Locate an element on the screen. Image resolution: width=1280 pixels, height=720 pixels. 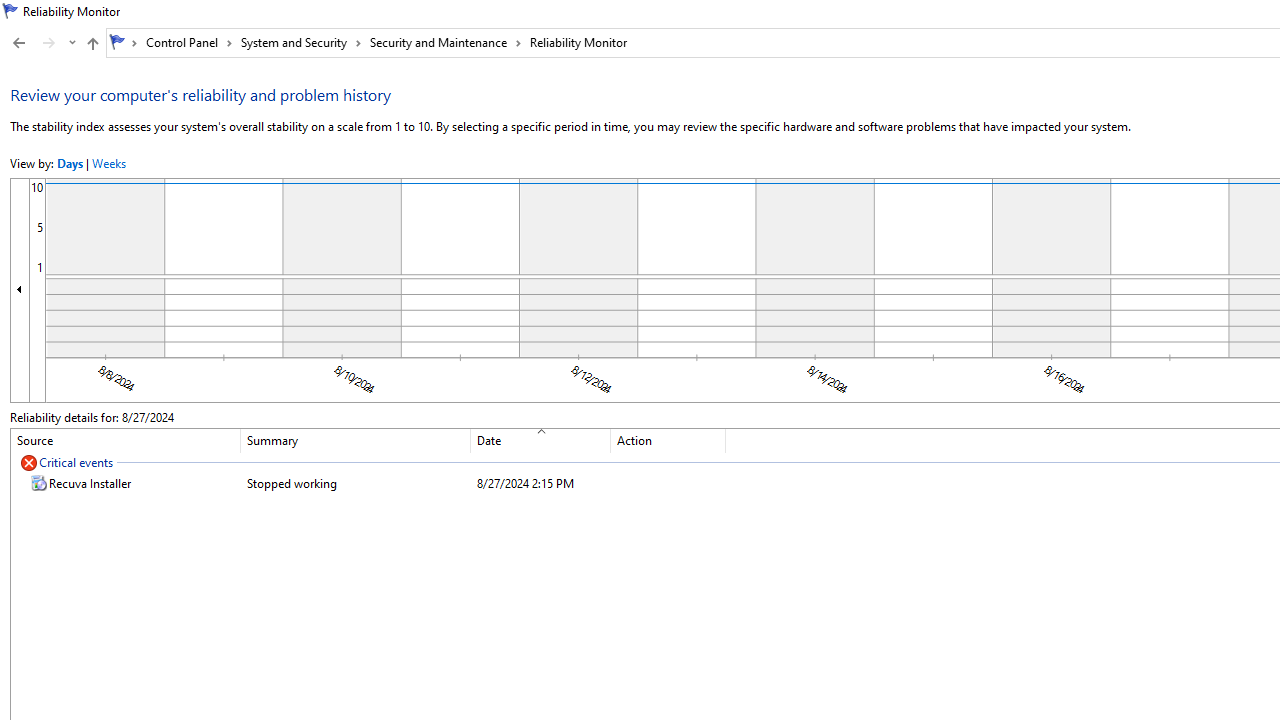
'Control Panel' is located at coordinates (189, 42).